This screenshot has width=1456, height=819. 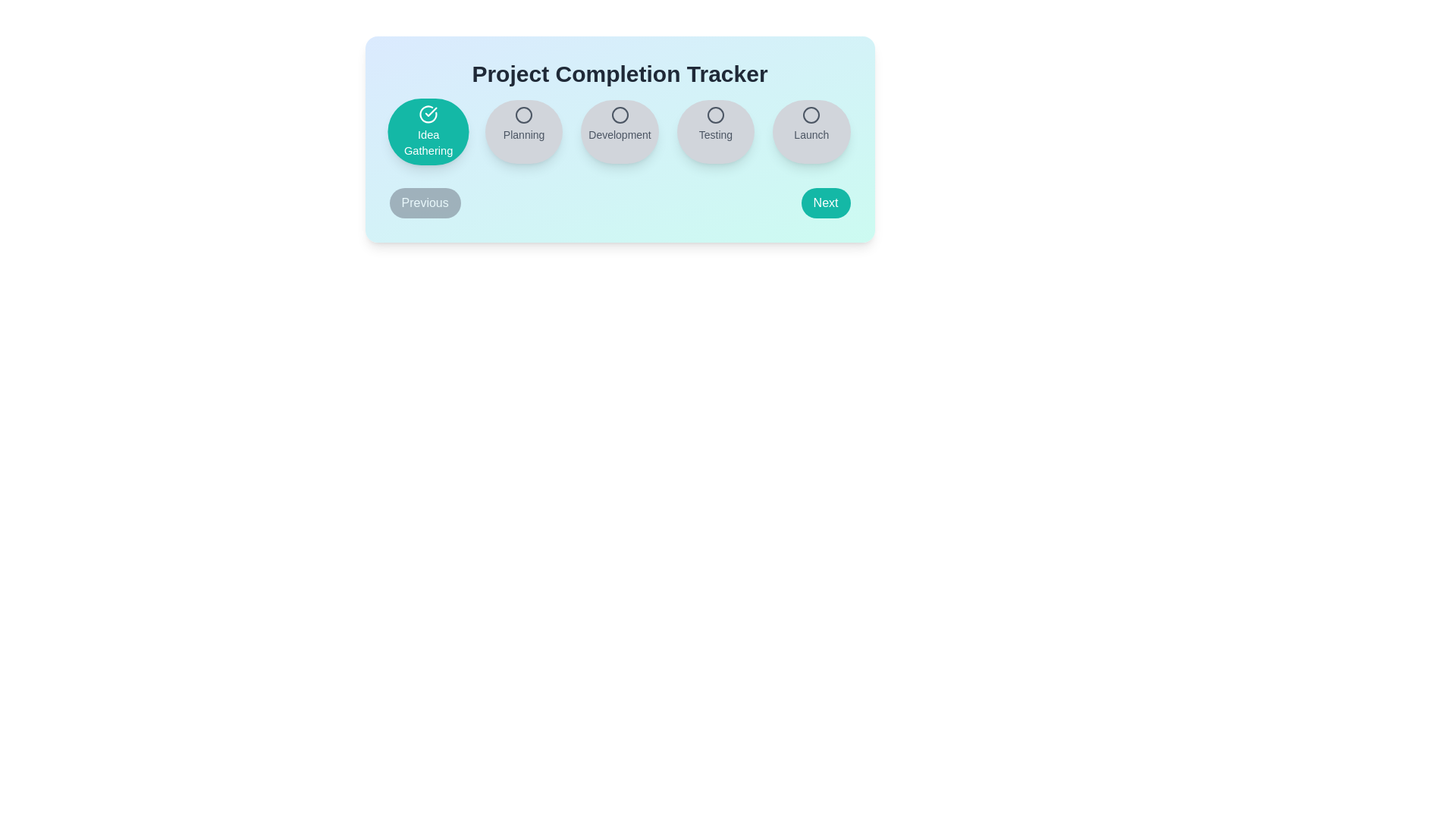 I want to click on the fifth circular icon, so click(x=811, y=114).